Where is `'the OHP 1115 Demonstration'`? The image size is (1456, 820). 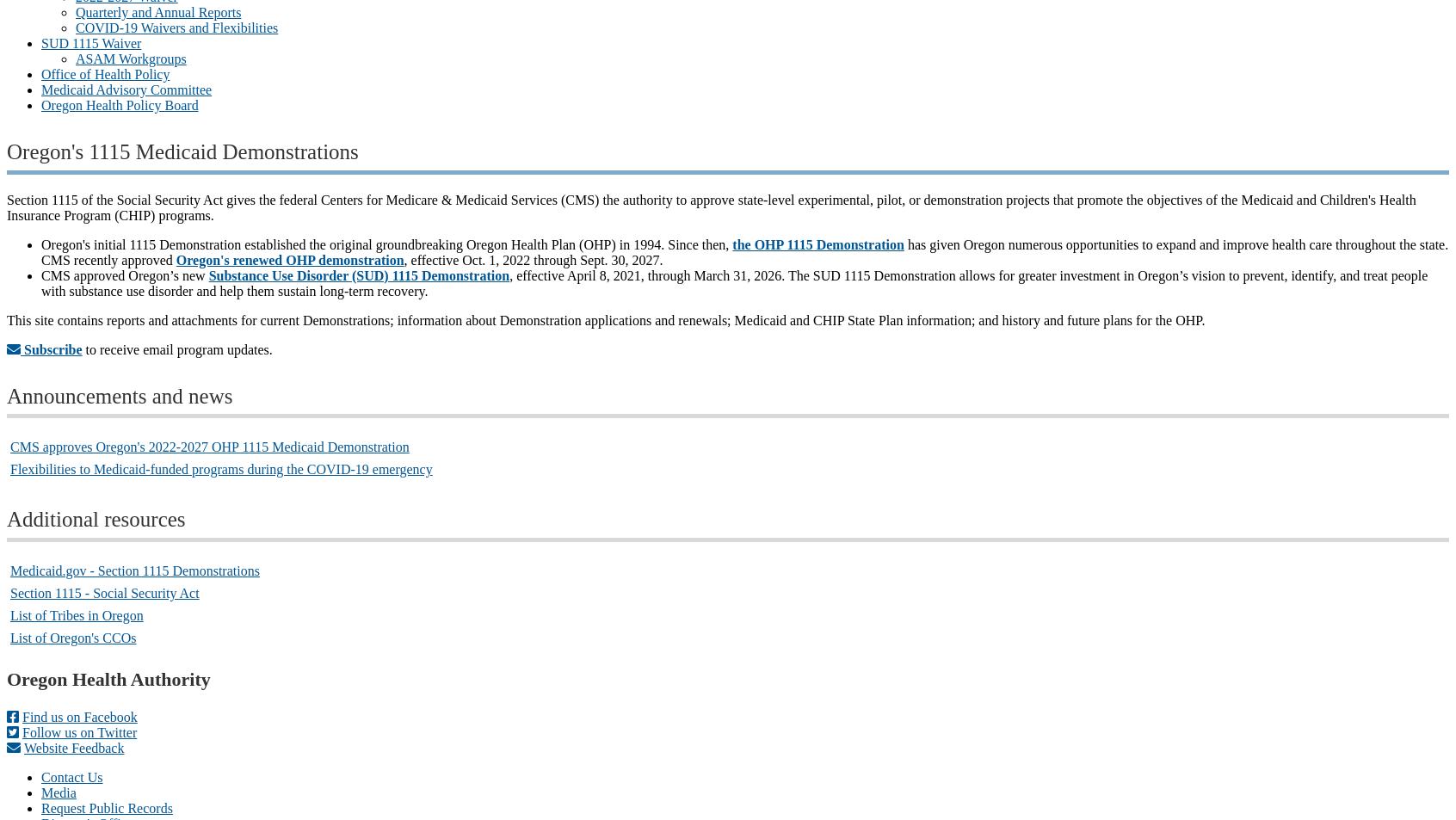
'the OHP 1115 Demonstration' is located at coordinates (817, 243).